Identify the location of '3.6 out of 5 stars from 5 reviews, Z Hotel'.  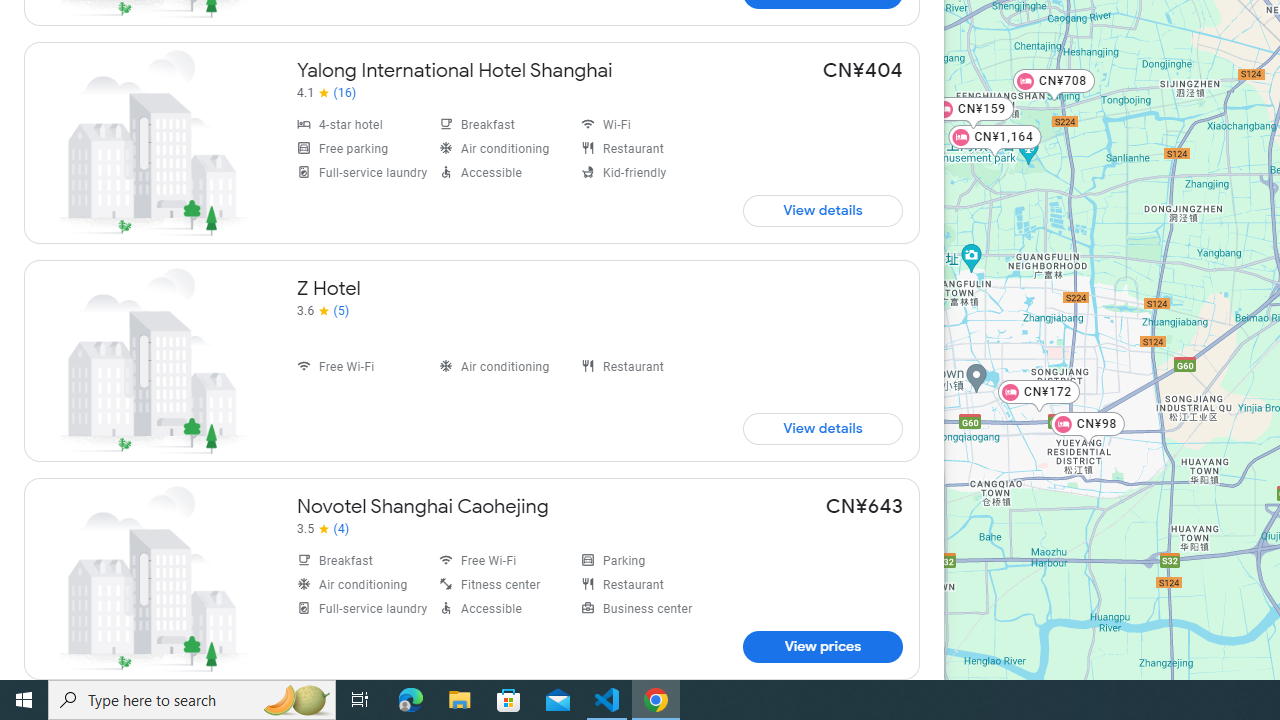
(323, 311).